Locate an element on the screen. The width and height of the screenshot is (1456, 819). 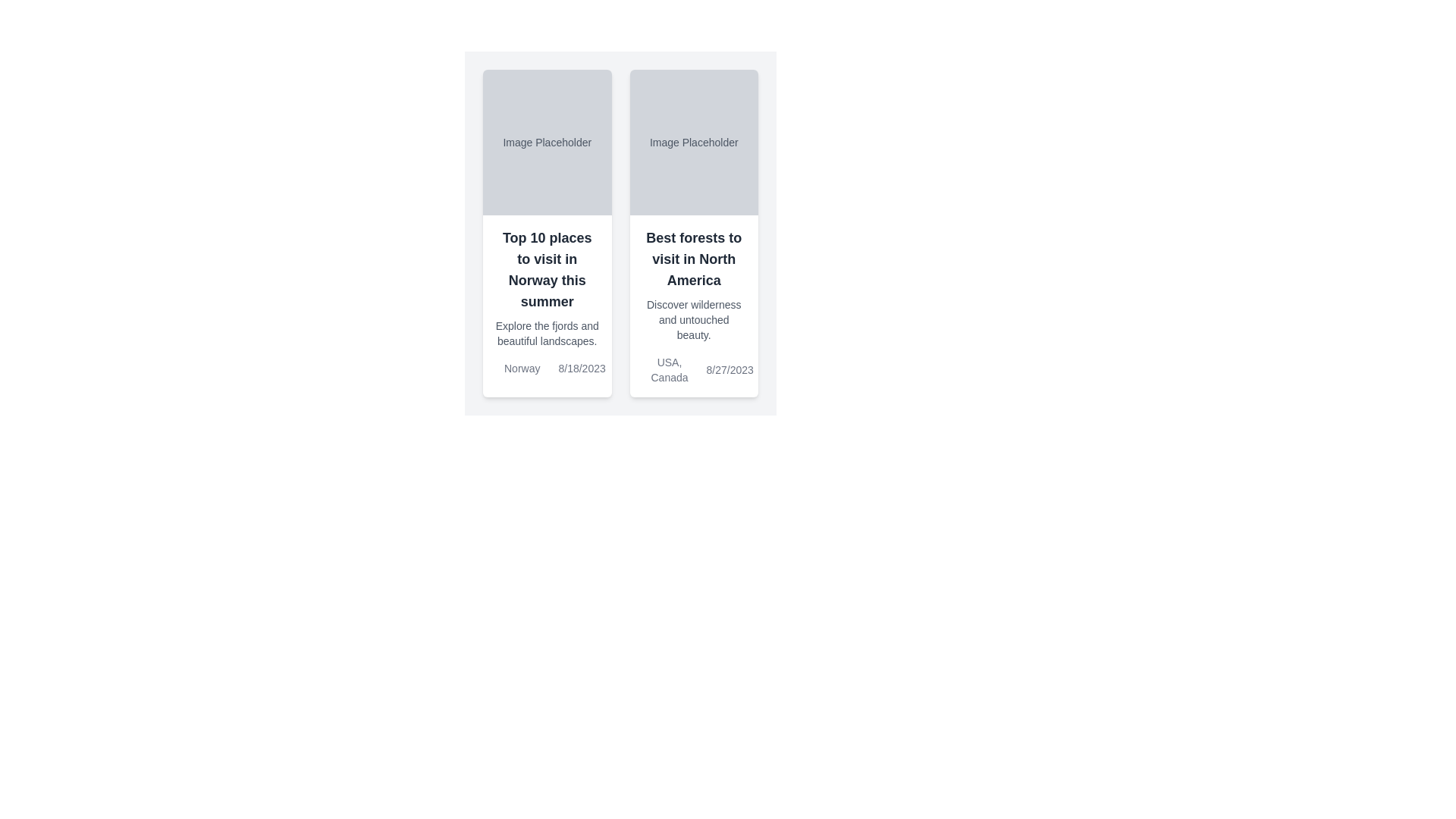
the text label displaying 'USA, Canada' in grey color, located under the rightmost card labeled 'Best forests to visit in North America', to the left of the date component '8/27/2023' is located at coordinates (669, 370).